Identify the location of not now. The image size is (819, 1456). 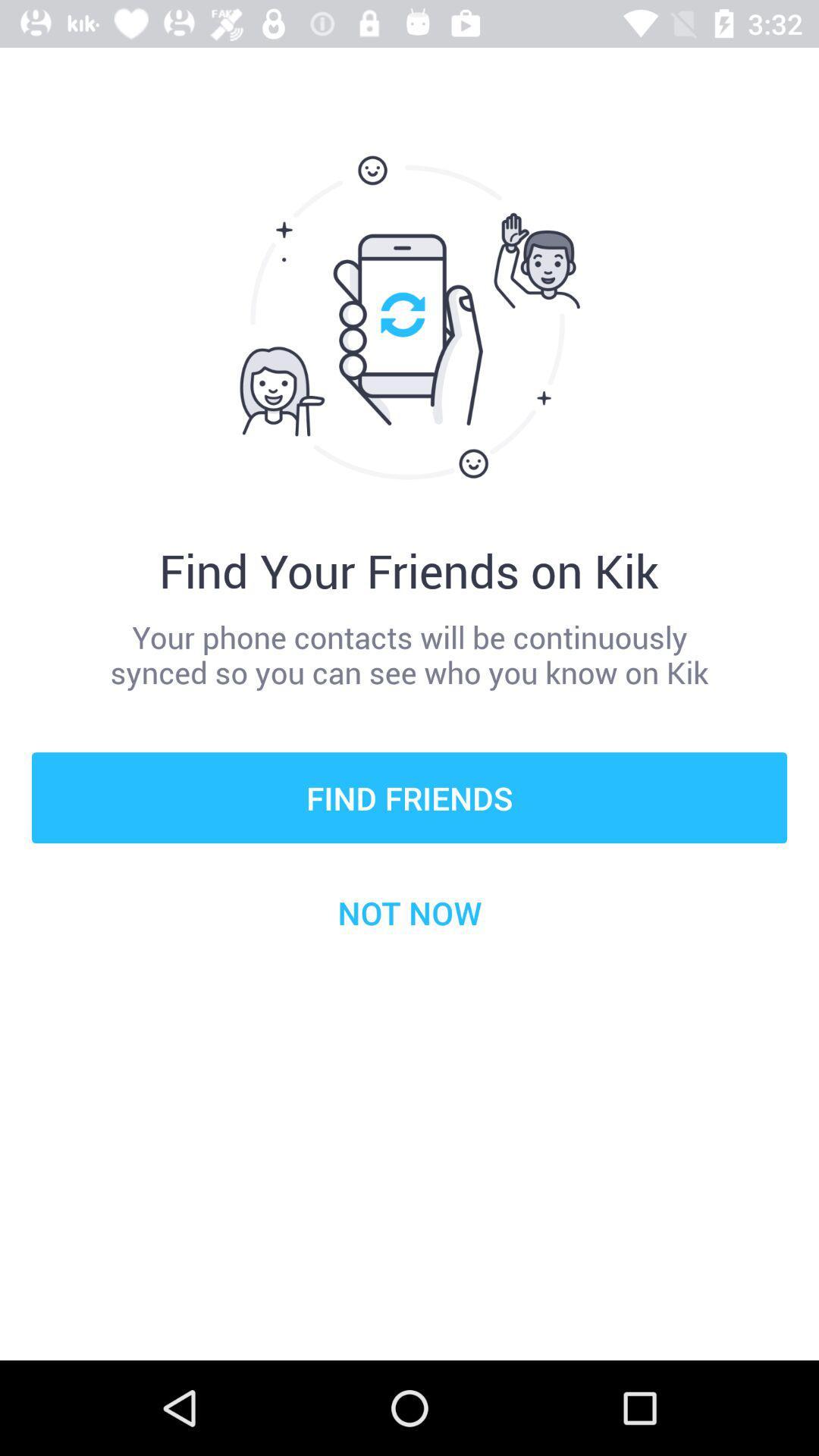
(409, 912).